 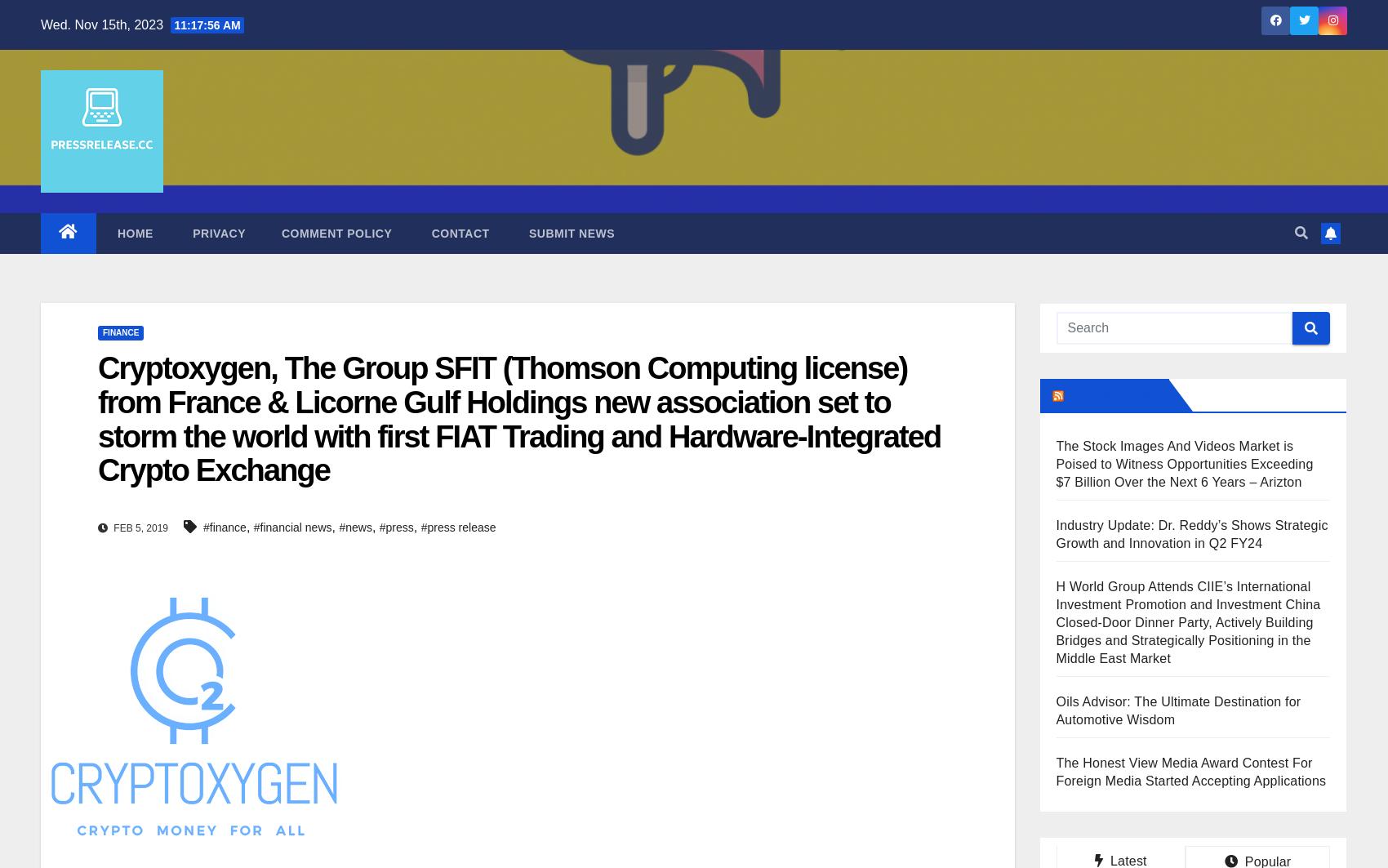 What do you see at coordinates (139, 526) in the screenshot?
I see `'Feb 5, 2019'` at bounding box center [139, 526].